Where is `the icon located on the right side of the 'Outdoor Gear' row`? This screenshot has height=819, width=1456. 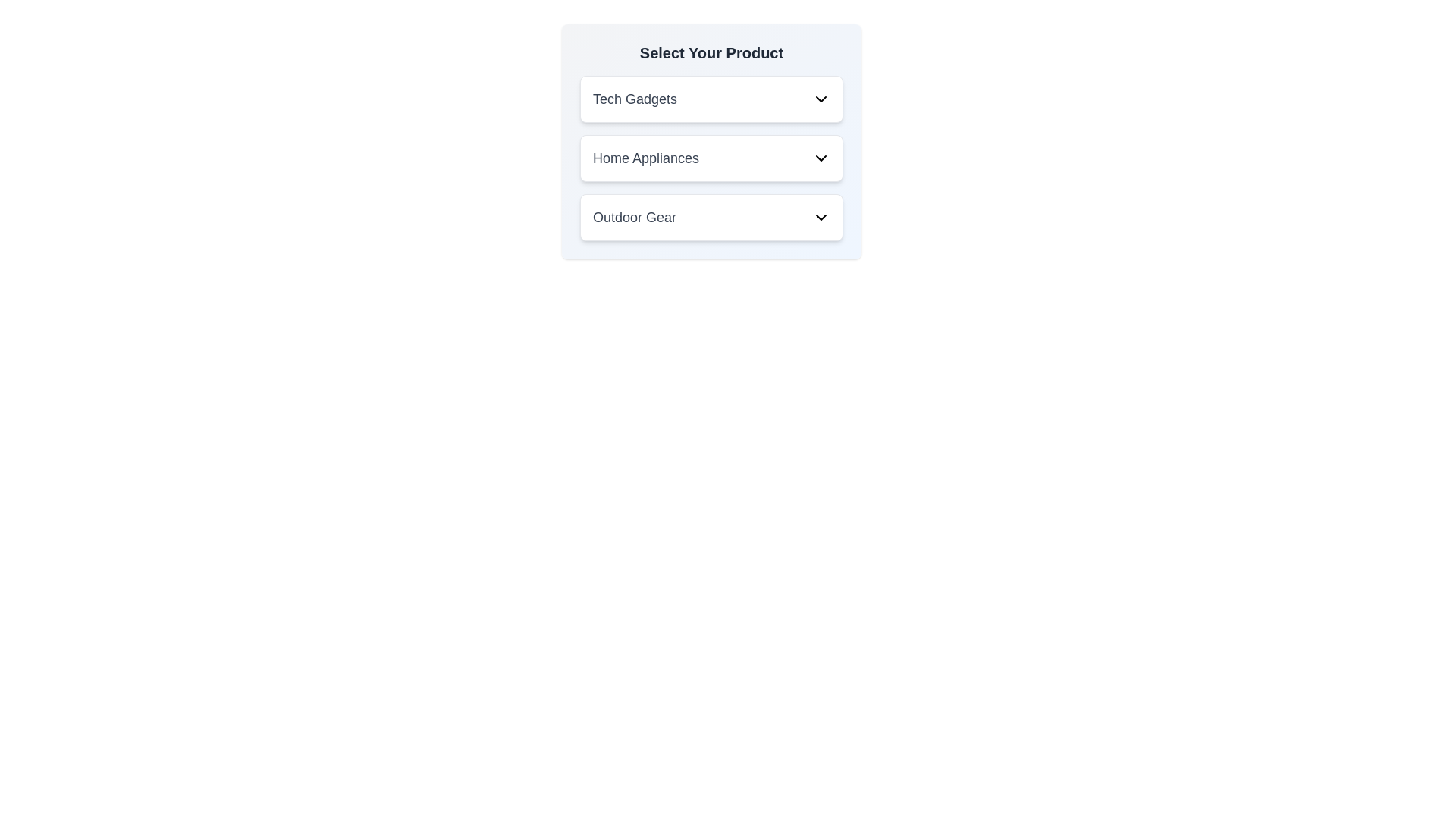
the icon located on the right side of the 'Outdoor Gear' row is located at coordinates (821, 217).